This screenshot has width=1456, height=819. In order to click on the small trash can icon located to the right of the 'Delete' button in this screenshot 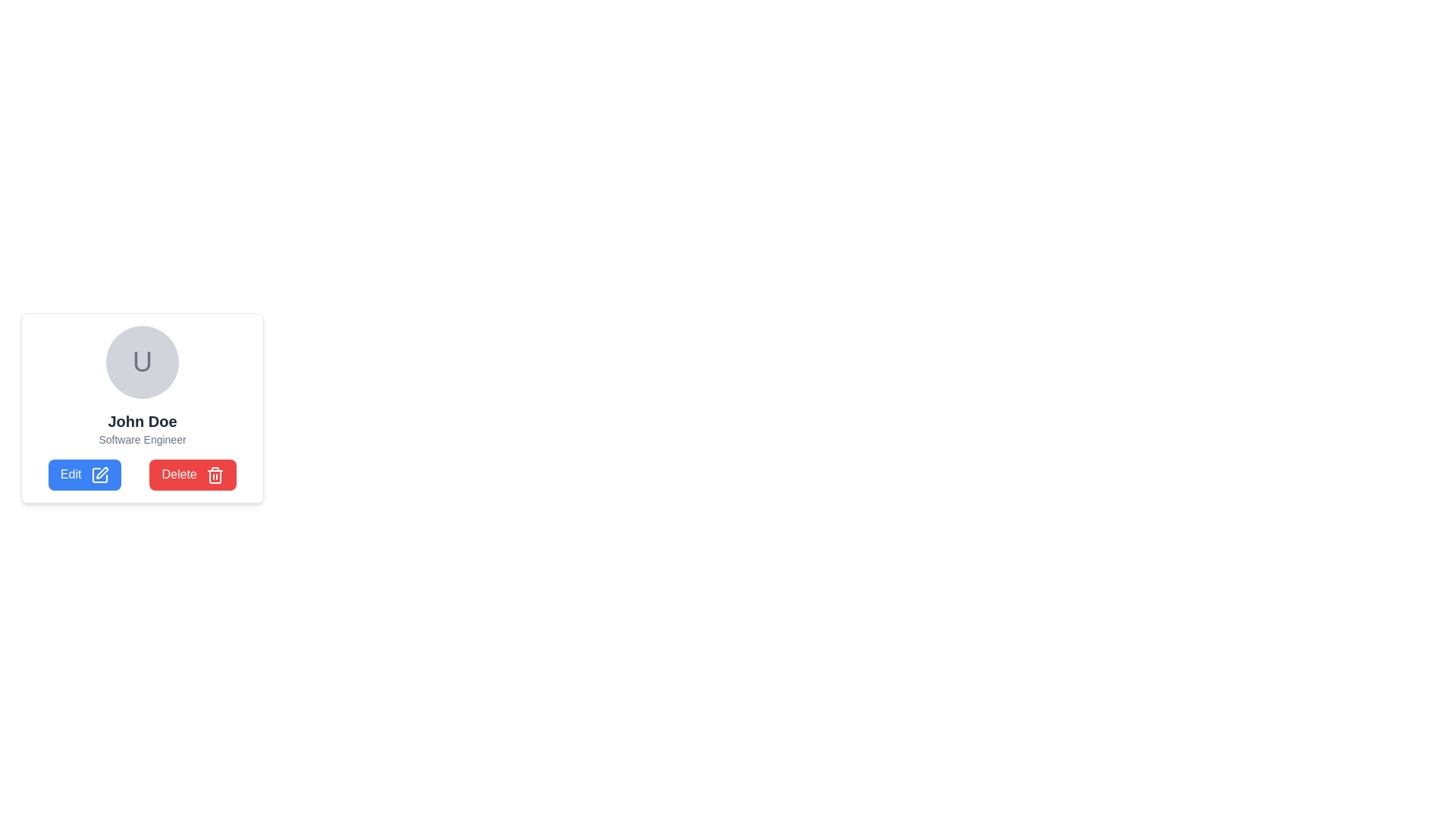, I will do `click(215, 474)`.